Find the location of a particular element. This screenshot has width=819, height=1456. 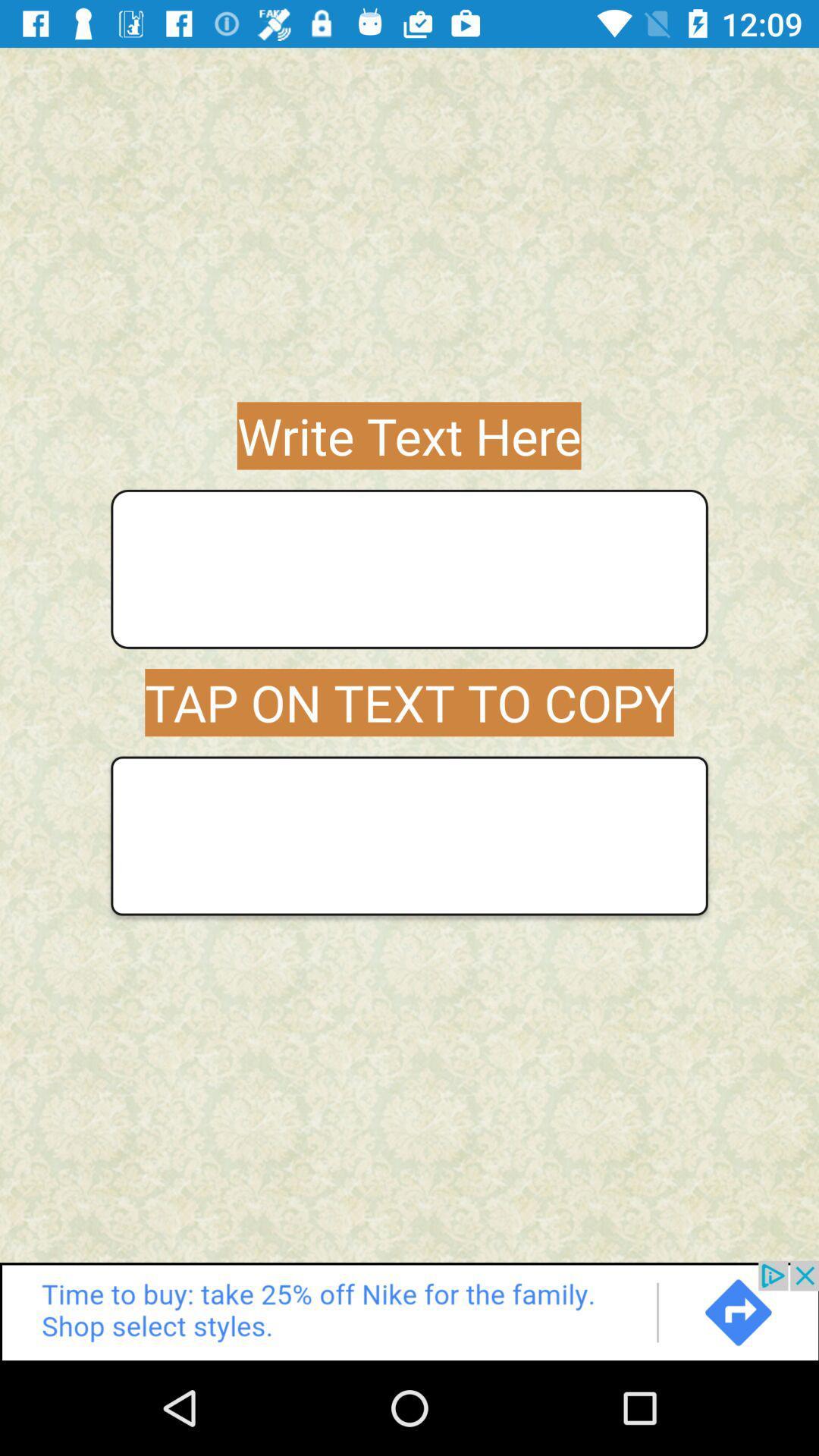

advertisement is located at coordinates (409, 1310).